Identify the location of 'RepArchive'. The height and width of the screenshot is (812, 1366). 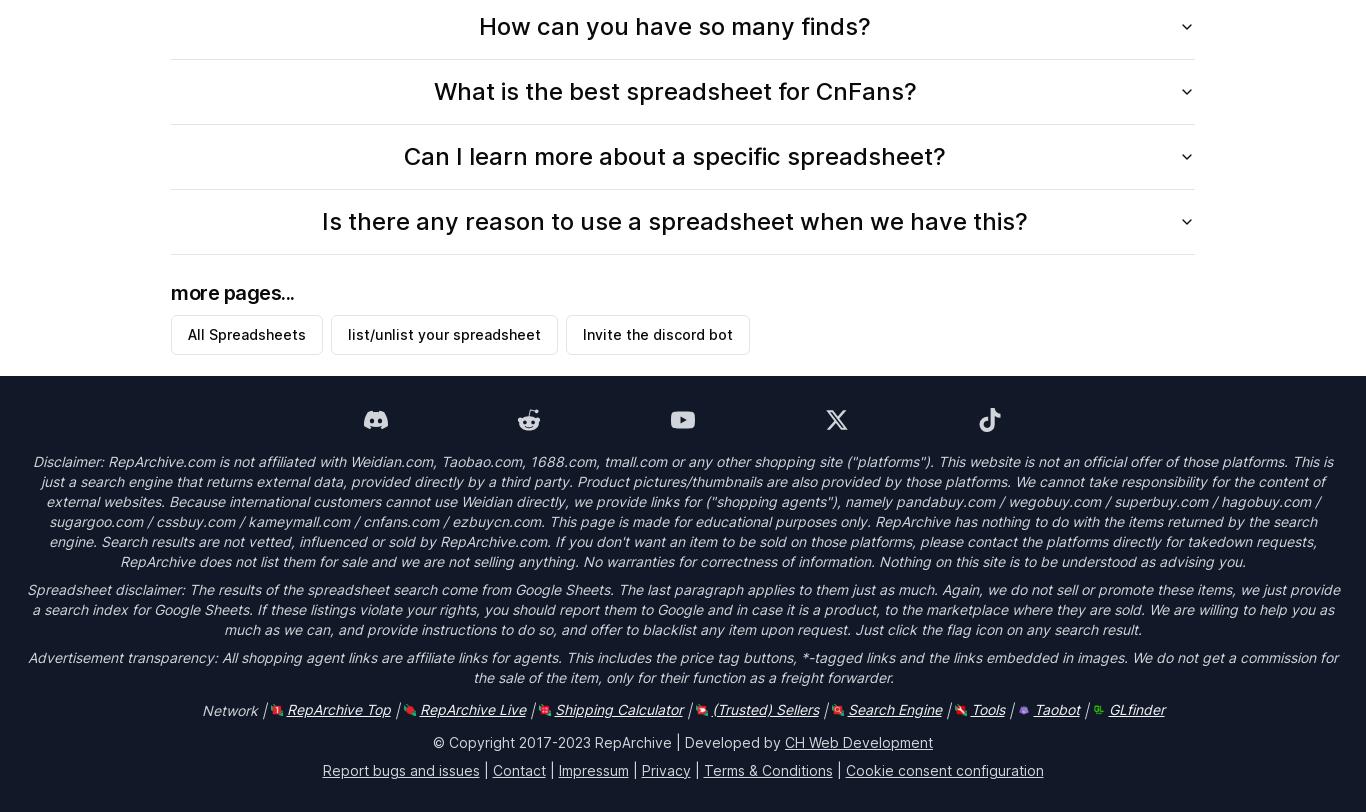
(594, 741).